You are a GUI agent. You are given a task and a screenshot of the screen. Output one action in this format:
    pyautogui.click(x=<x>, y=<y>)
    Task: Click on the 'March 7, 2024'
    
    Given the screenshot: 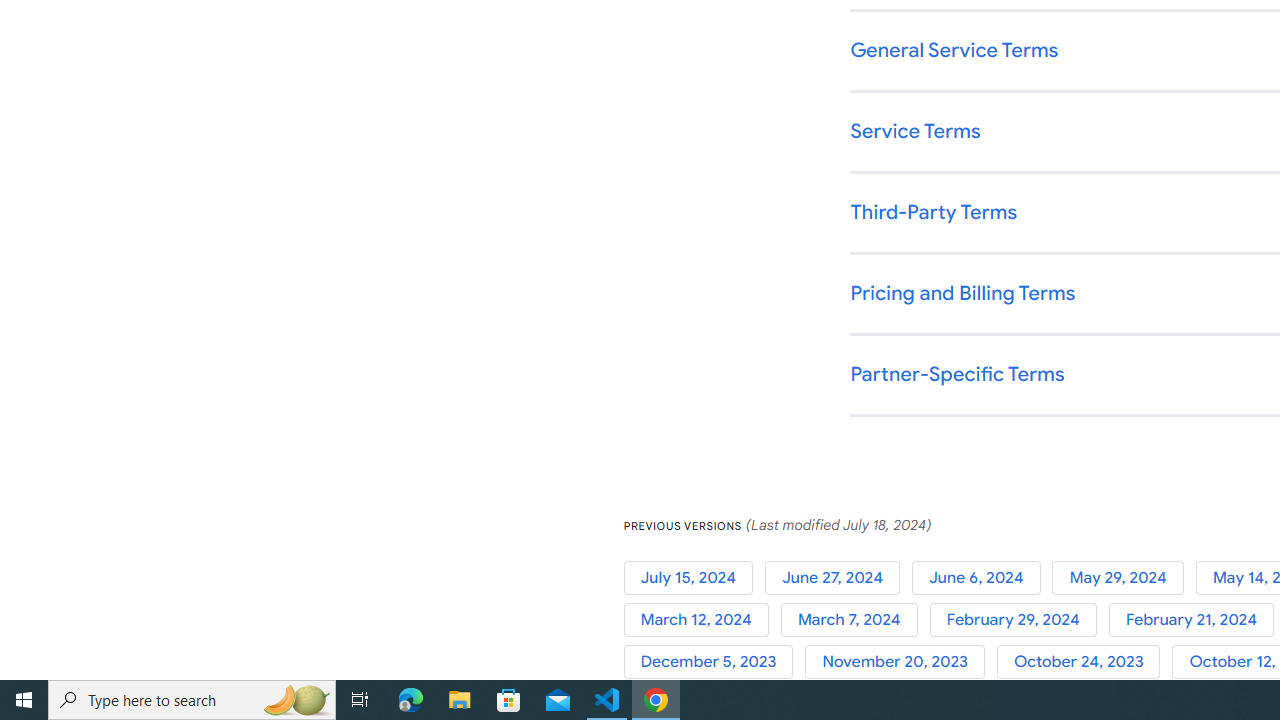 What is the action you would take?
    pyautogui.click(x=855, y=619)
    